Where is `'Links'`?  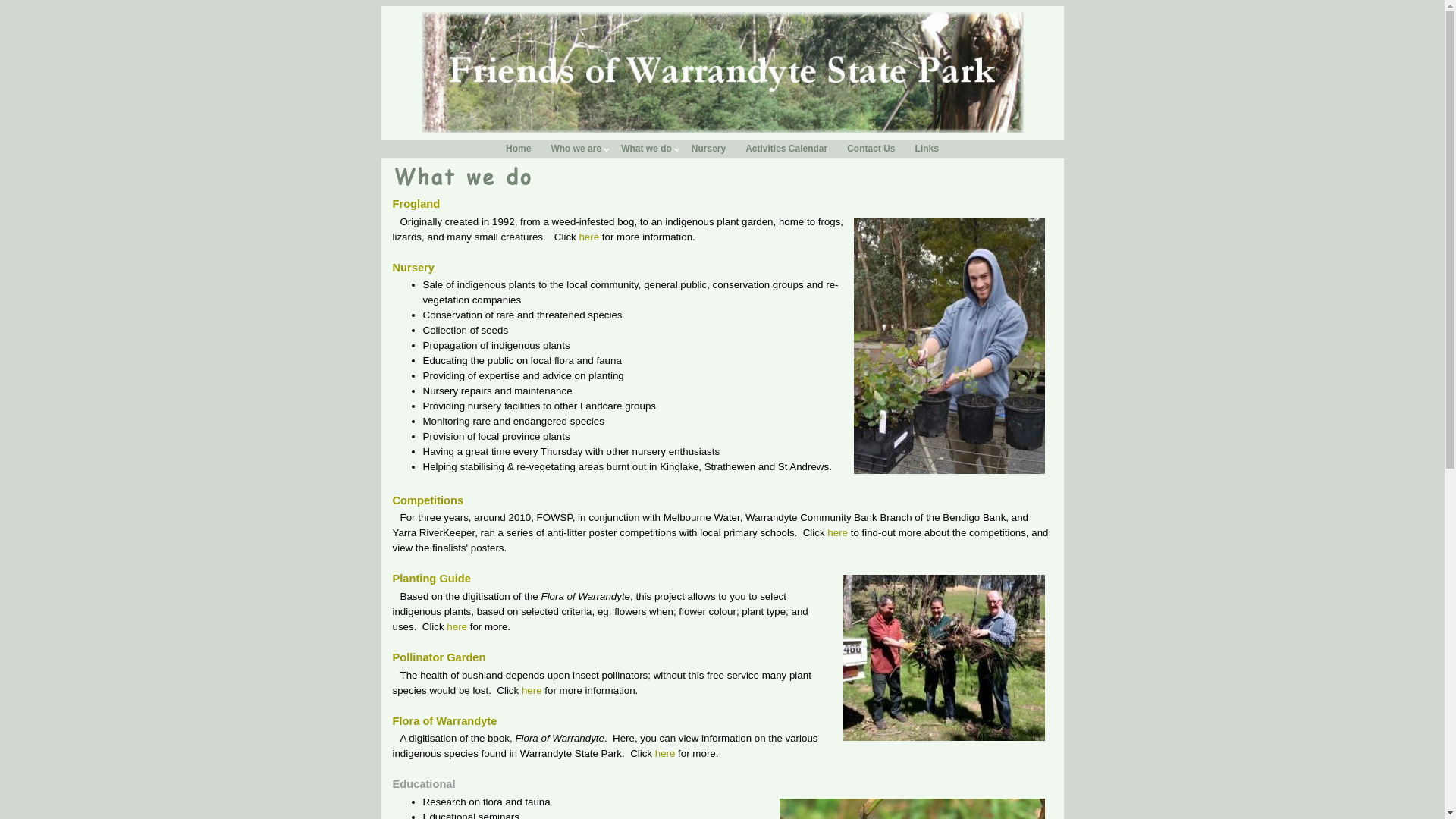 'Links' is located at coordinates (926, 149).